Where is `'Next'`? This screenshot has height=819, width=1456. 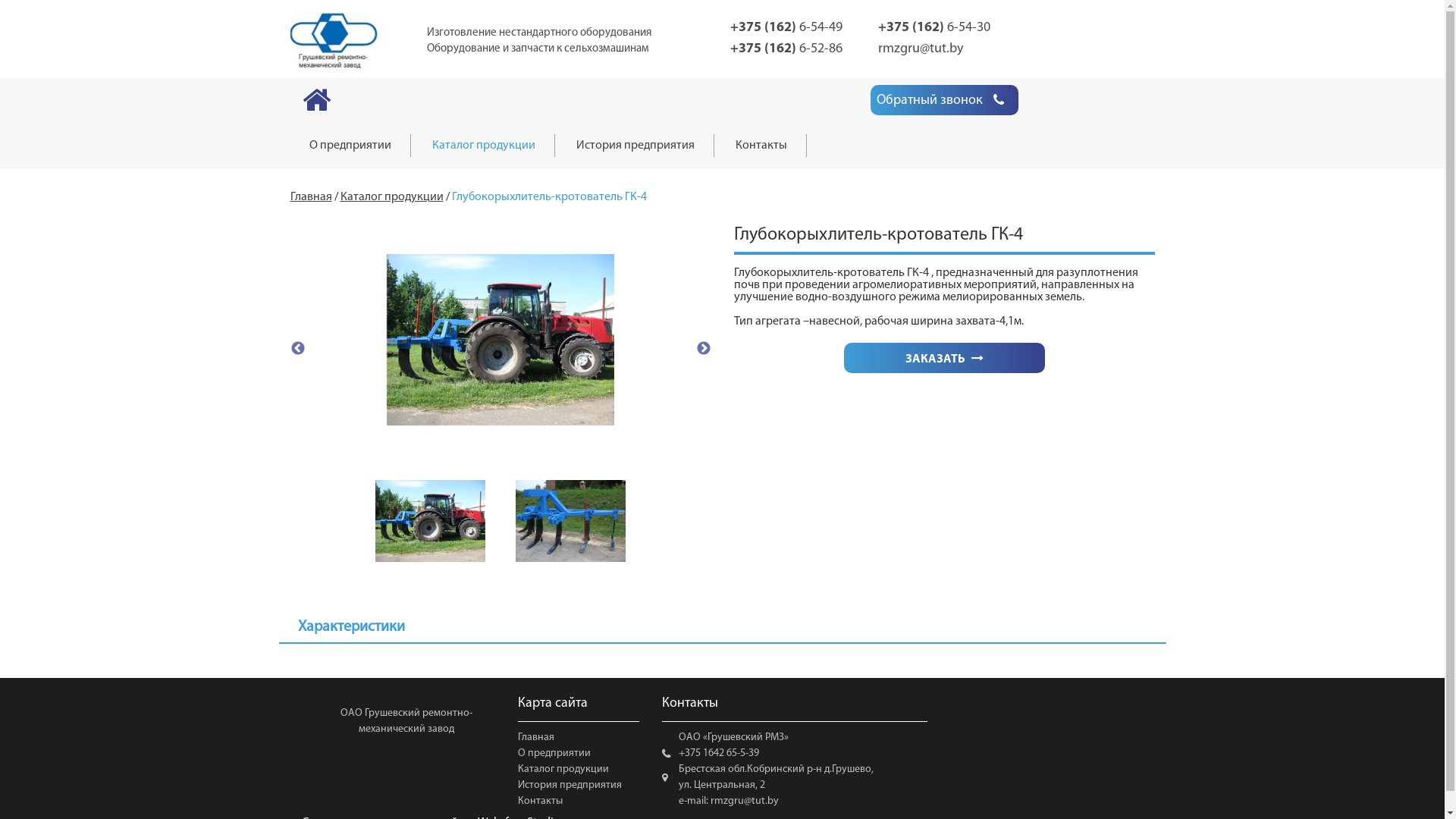
'Next' is located at coordinates (702, 348).